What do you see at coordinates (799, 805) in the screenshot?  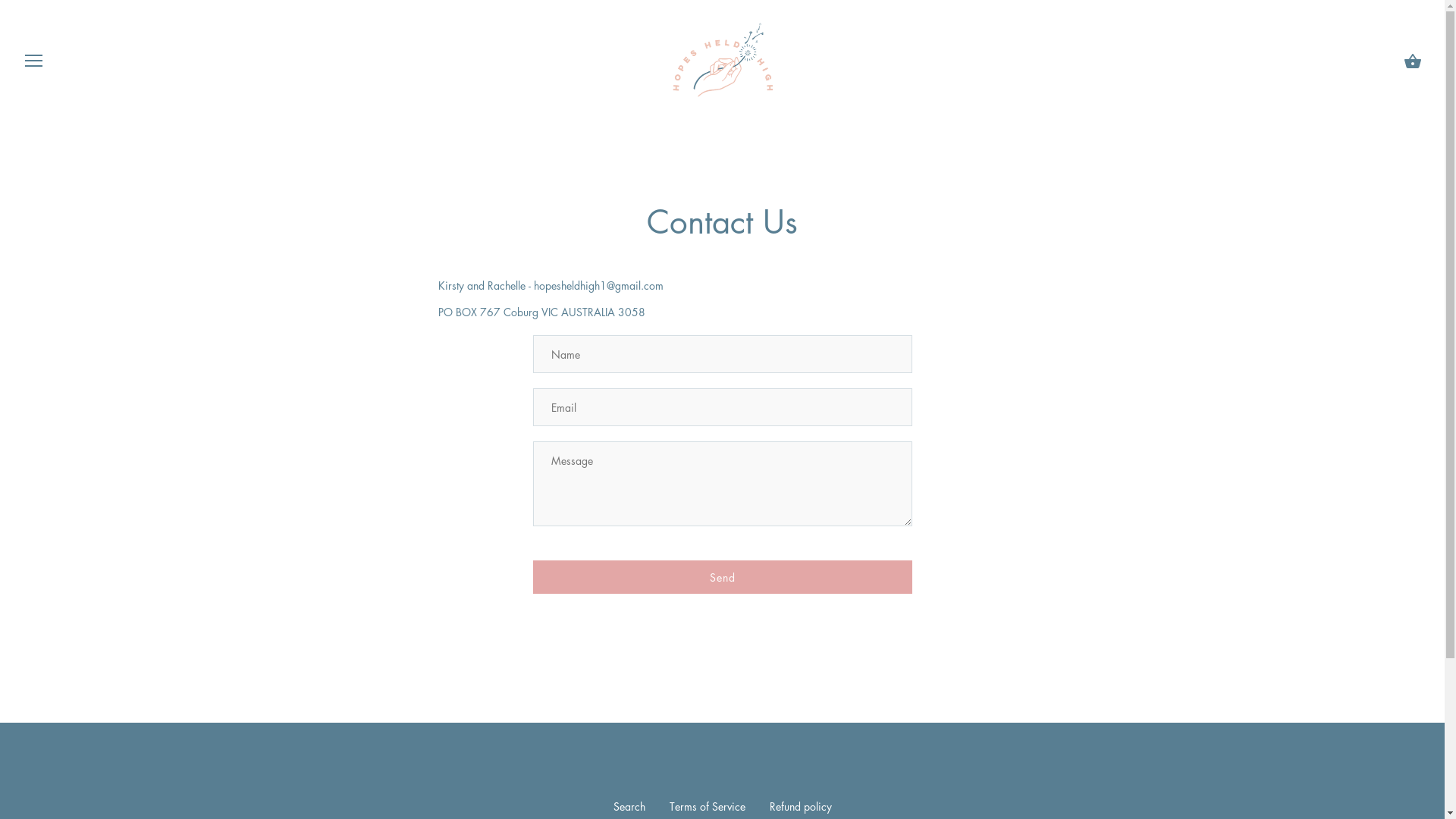 I see `'Refund policy'` at bounding box center [799, 805].